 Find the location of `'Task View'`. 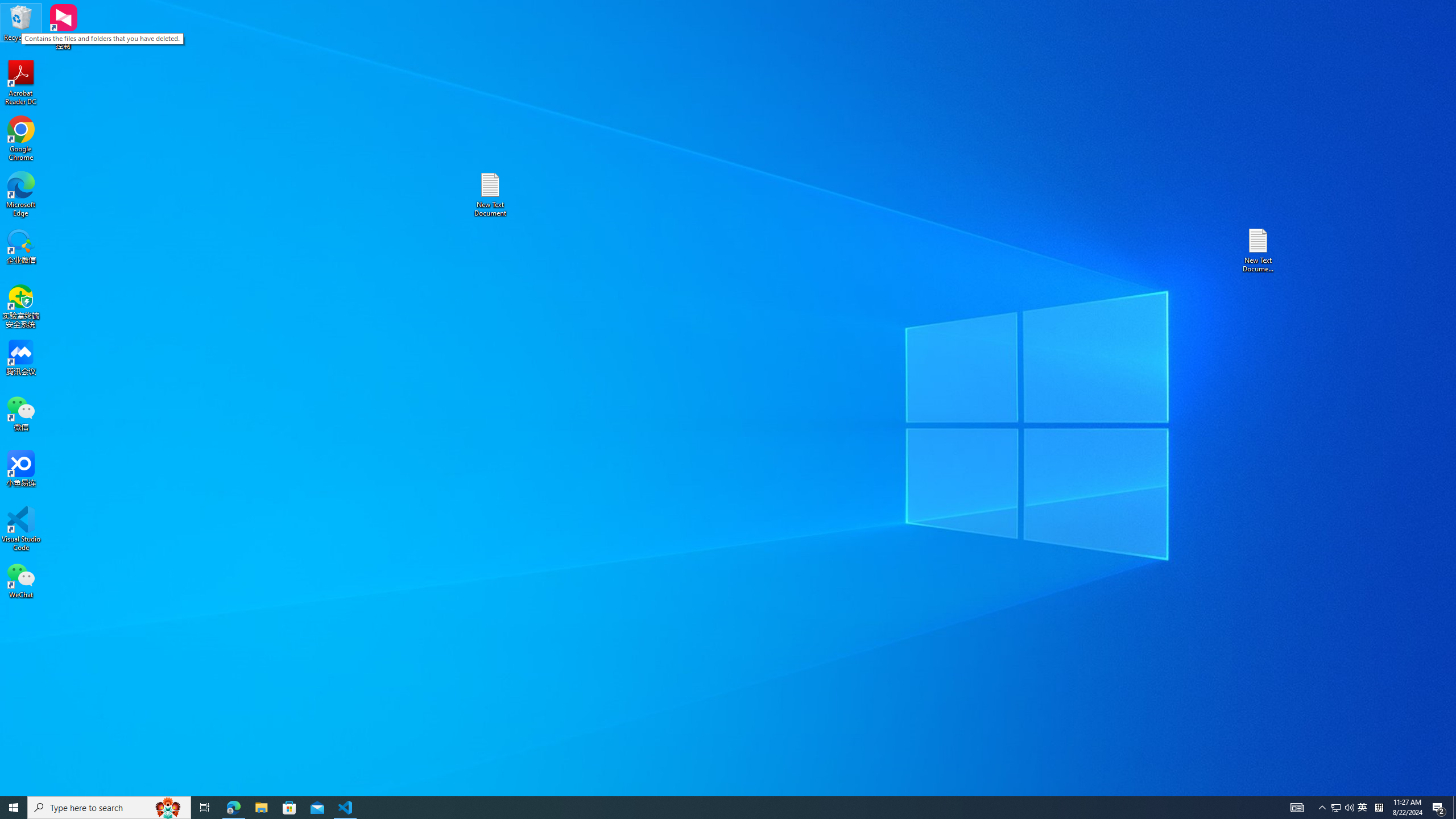

'Task View' is located at coordinates (204, 806).